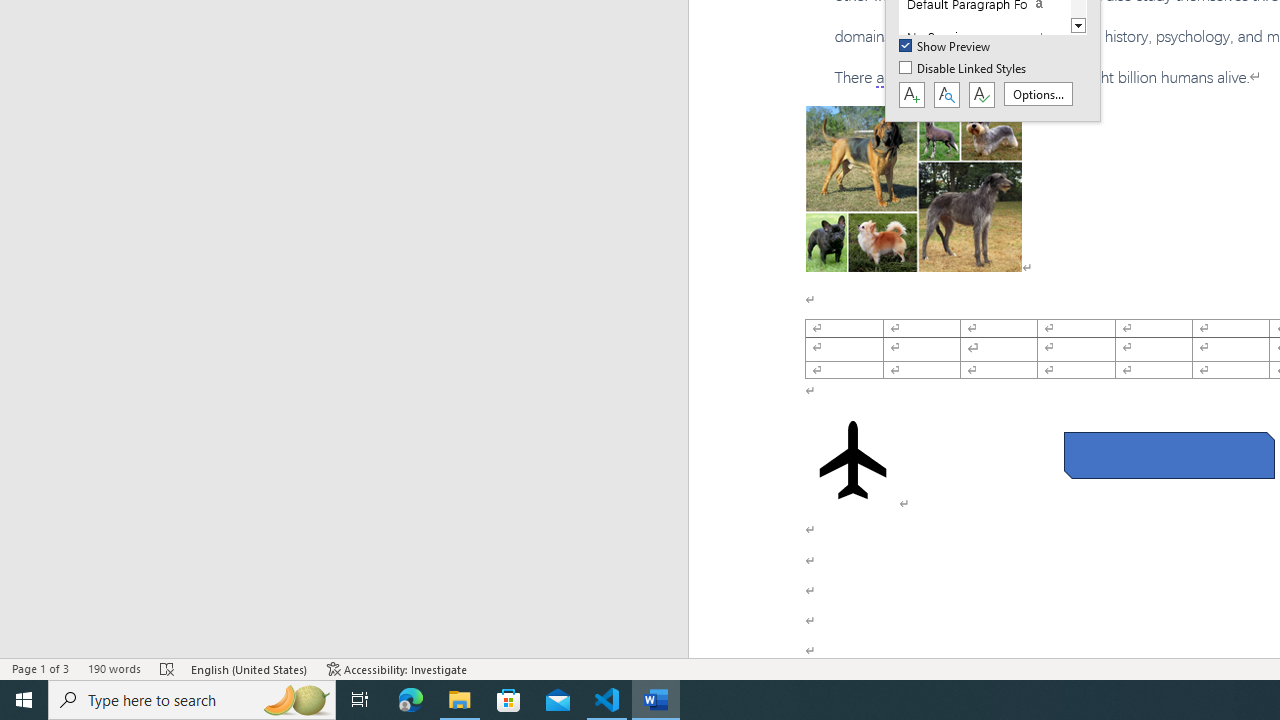 The width and height of the screenshot is (1280, 720). I want to click on 'Airplane with solid fill', so click(853, 460).